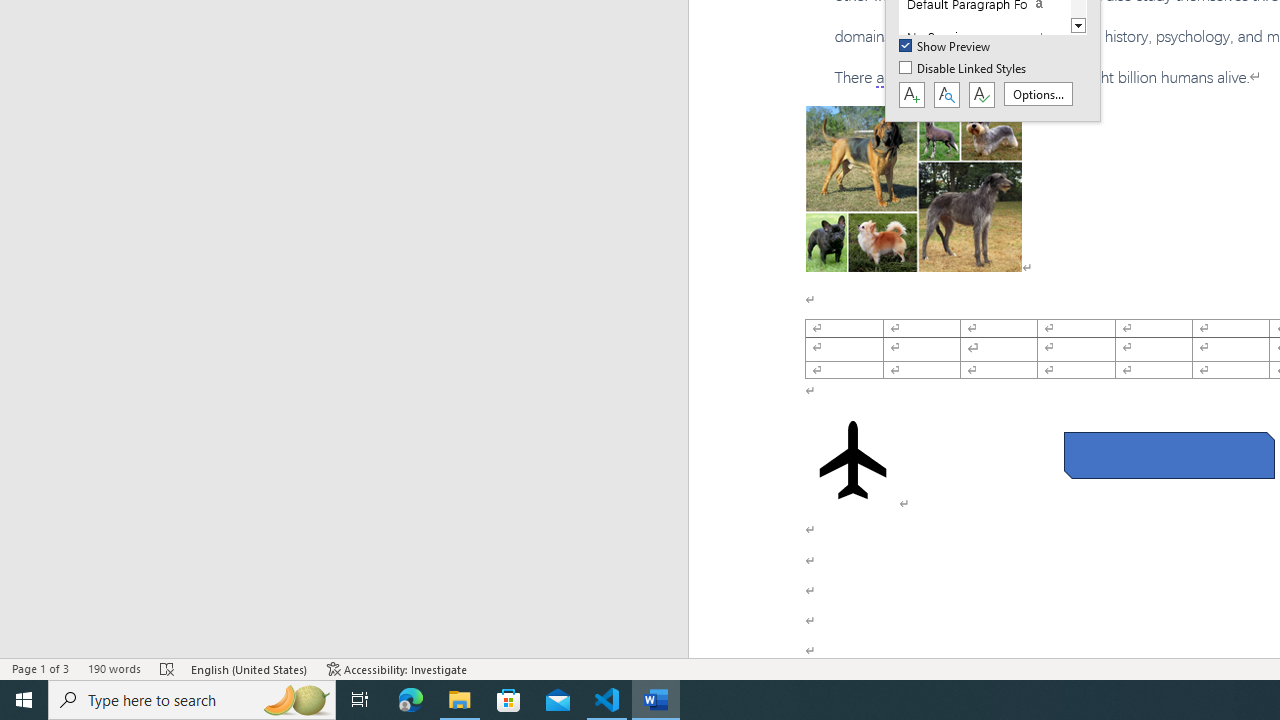 The width and height of the screenshot is (1280, 720). I want to click on 'Airplane with solid fill', so click(853, 460).